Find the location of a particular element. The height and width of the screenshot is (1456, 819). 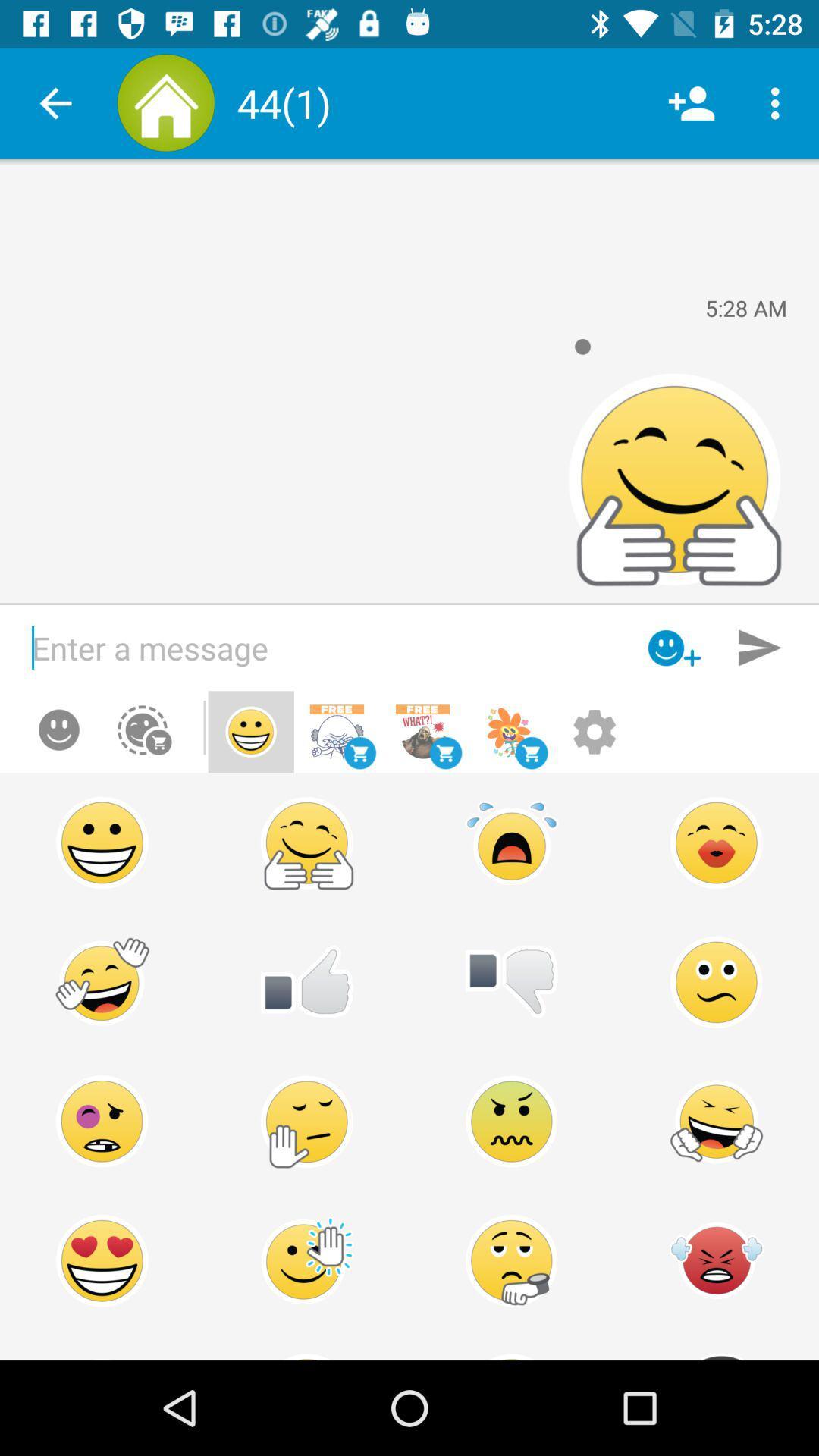

the item next to the (1) is located at coordinates (691, 102).